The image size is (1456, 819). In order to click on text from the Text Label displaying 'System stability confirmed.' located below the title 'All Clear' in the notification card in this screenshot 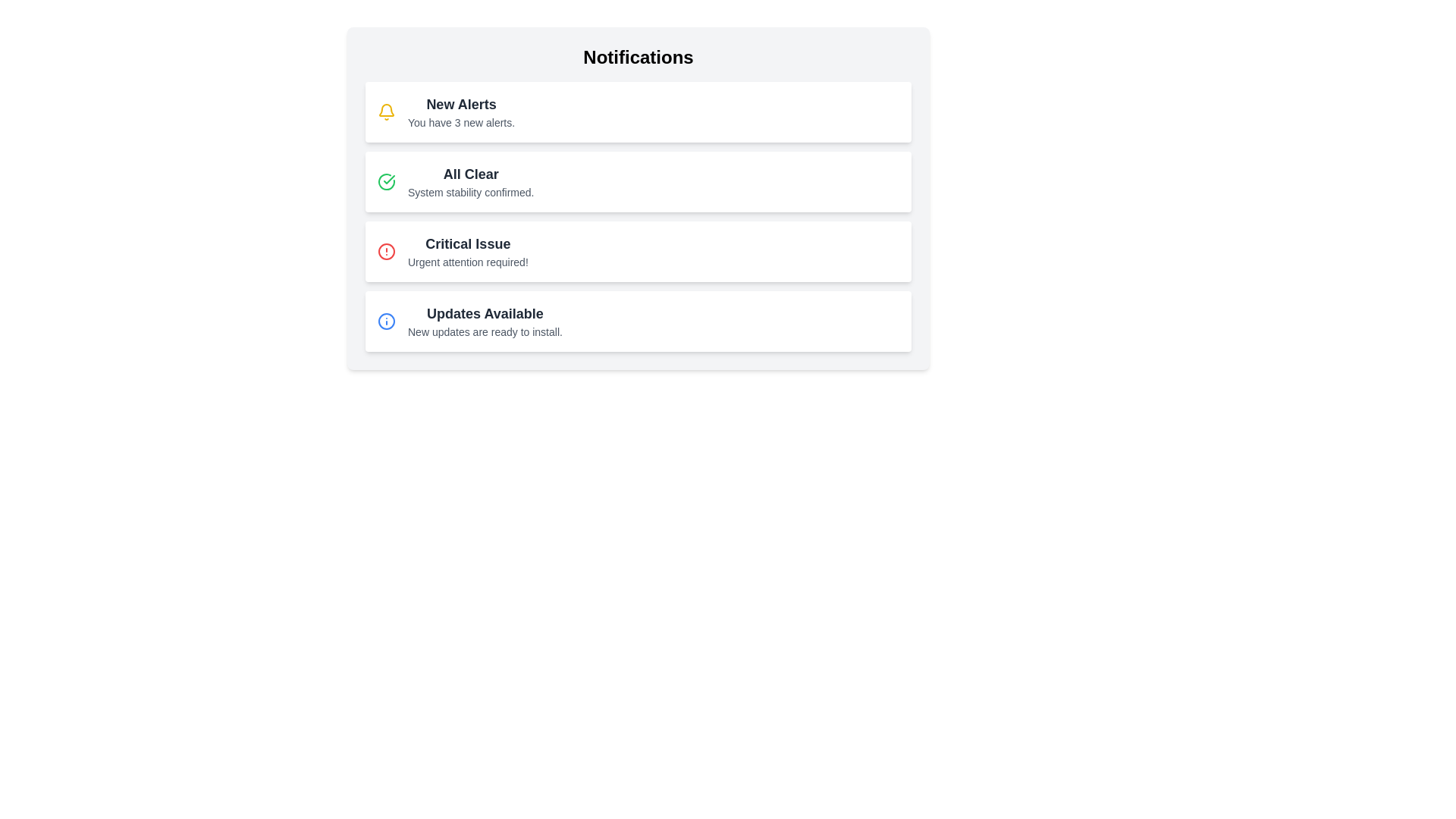, I will do `click(470, 192)`.